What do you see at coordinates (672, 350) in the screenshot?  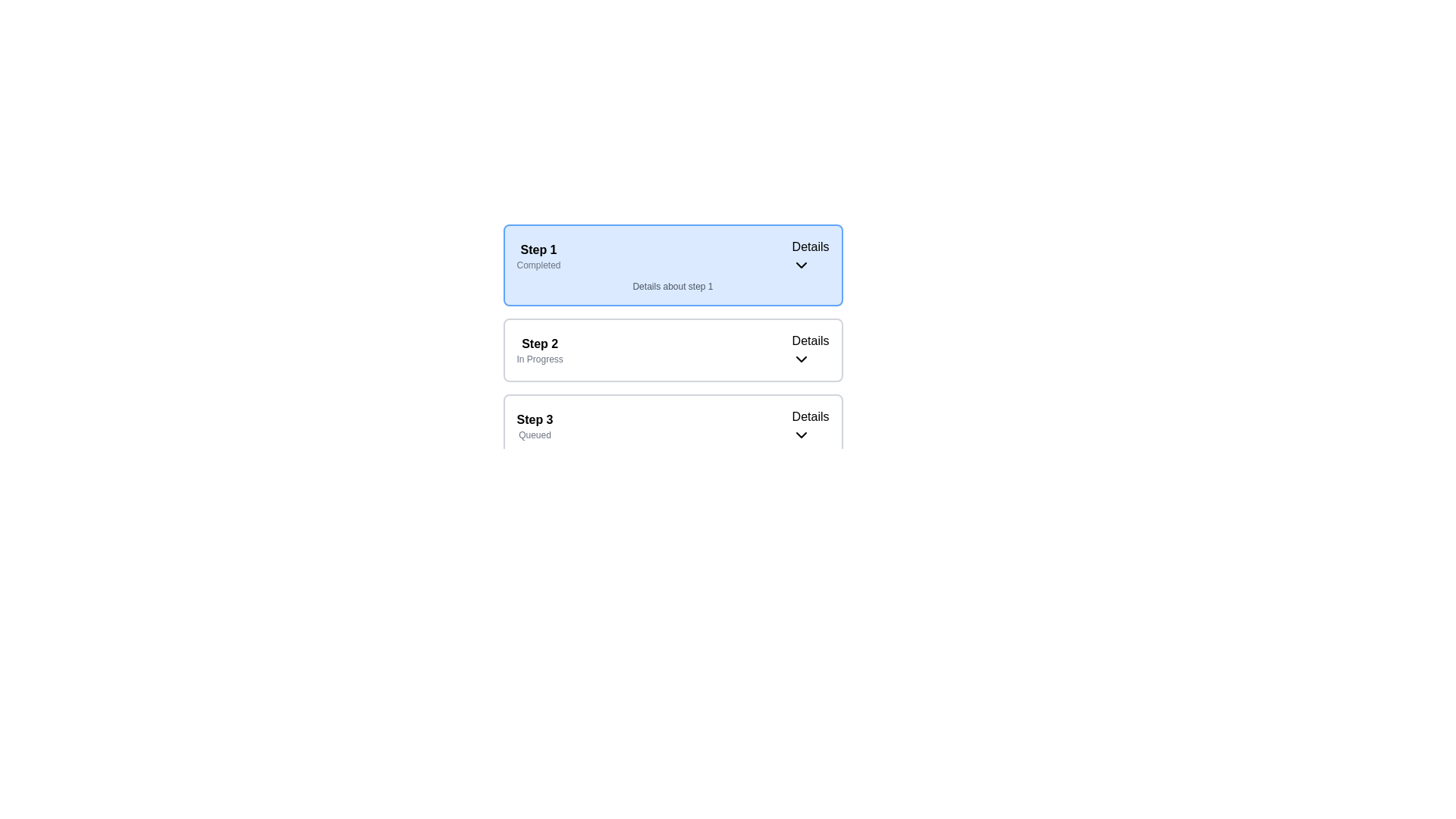 I see `the Collapsible status display section that shows the current status of Step 2 ('In Progress') and provides a 'Details' option` at bounding box center [672, 350].